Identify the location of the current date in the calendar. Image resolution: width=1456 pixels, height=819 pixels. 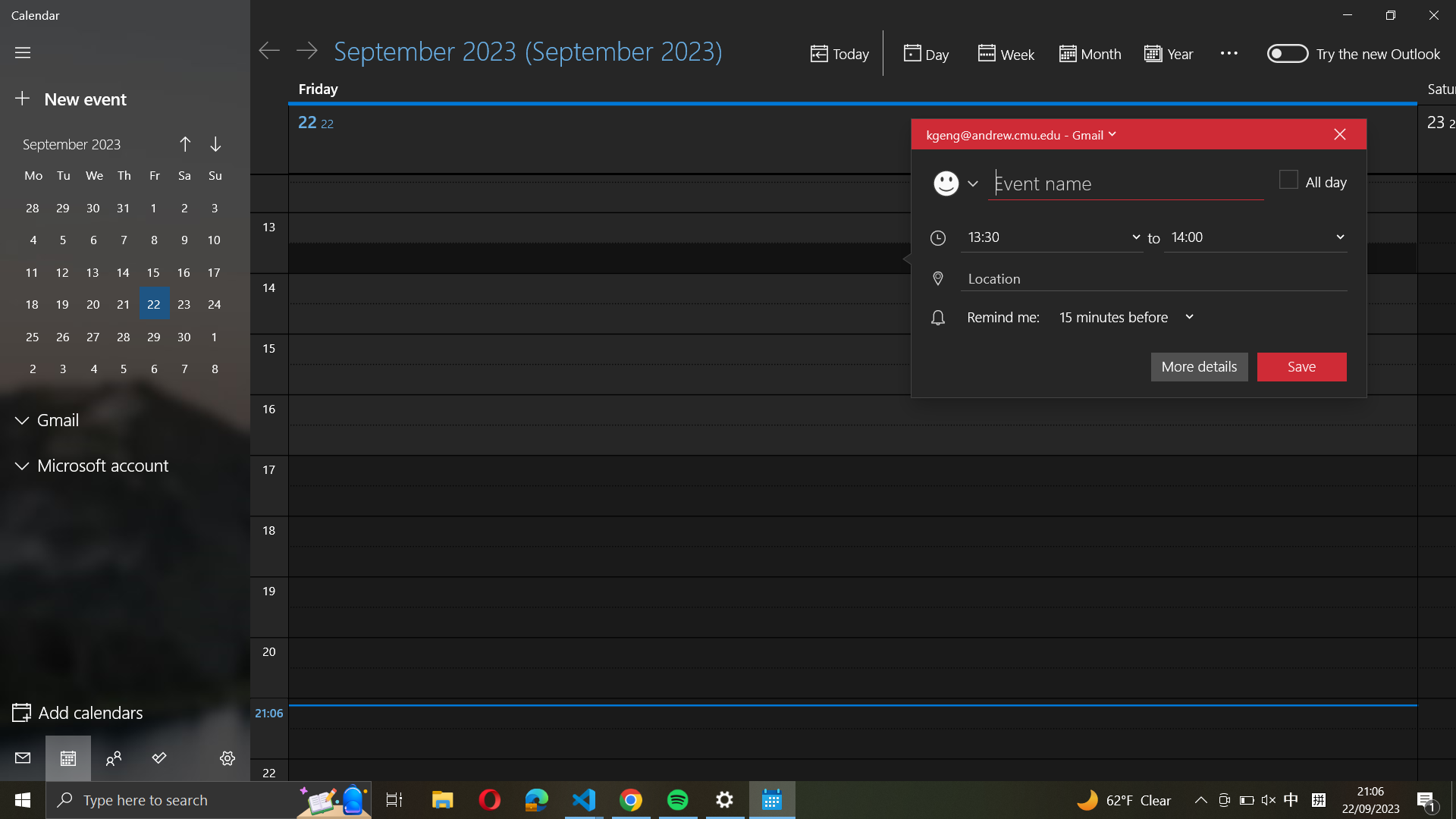
(838, 54).